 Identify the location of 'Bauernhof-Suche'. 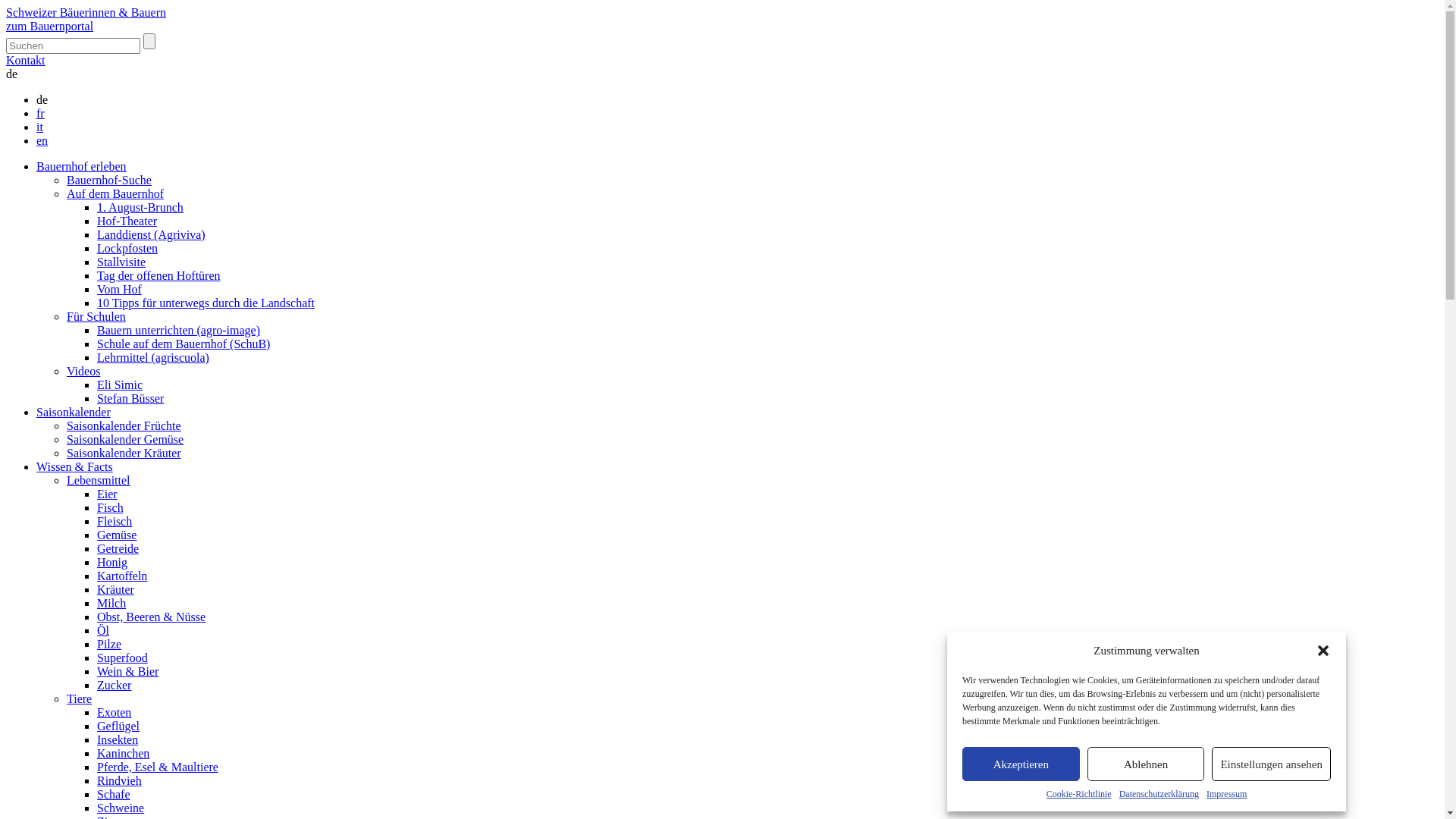
(108, 179).